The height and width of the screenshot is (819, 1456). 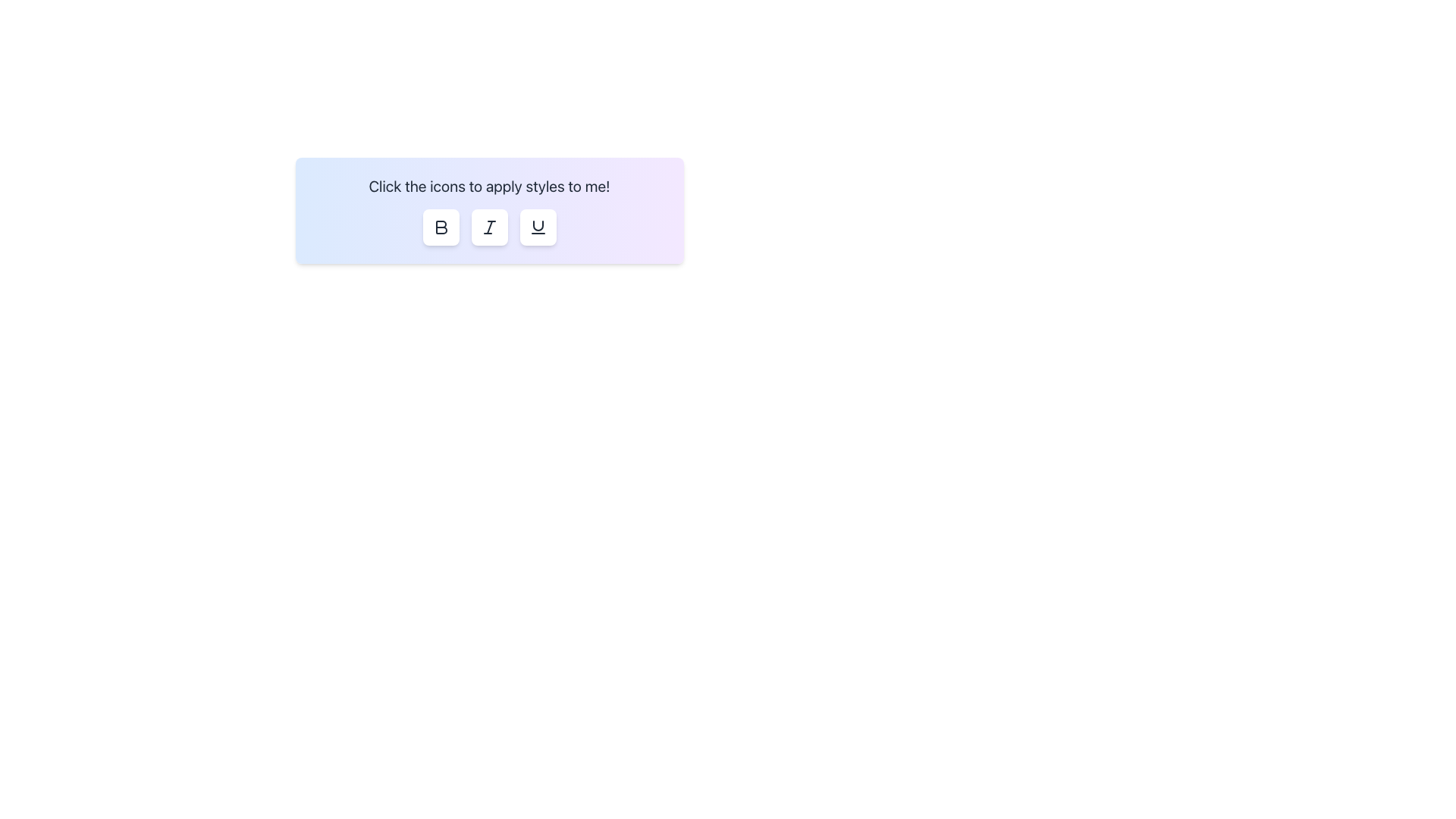 What do you see at coordinates (440, 227) in the screenshot?
I see `the first button in a row of three that applies bold styling to selected text` at bounding box center [440, 227].